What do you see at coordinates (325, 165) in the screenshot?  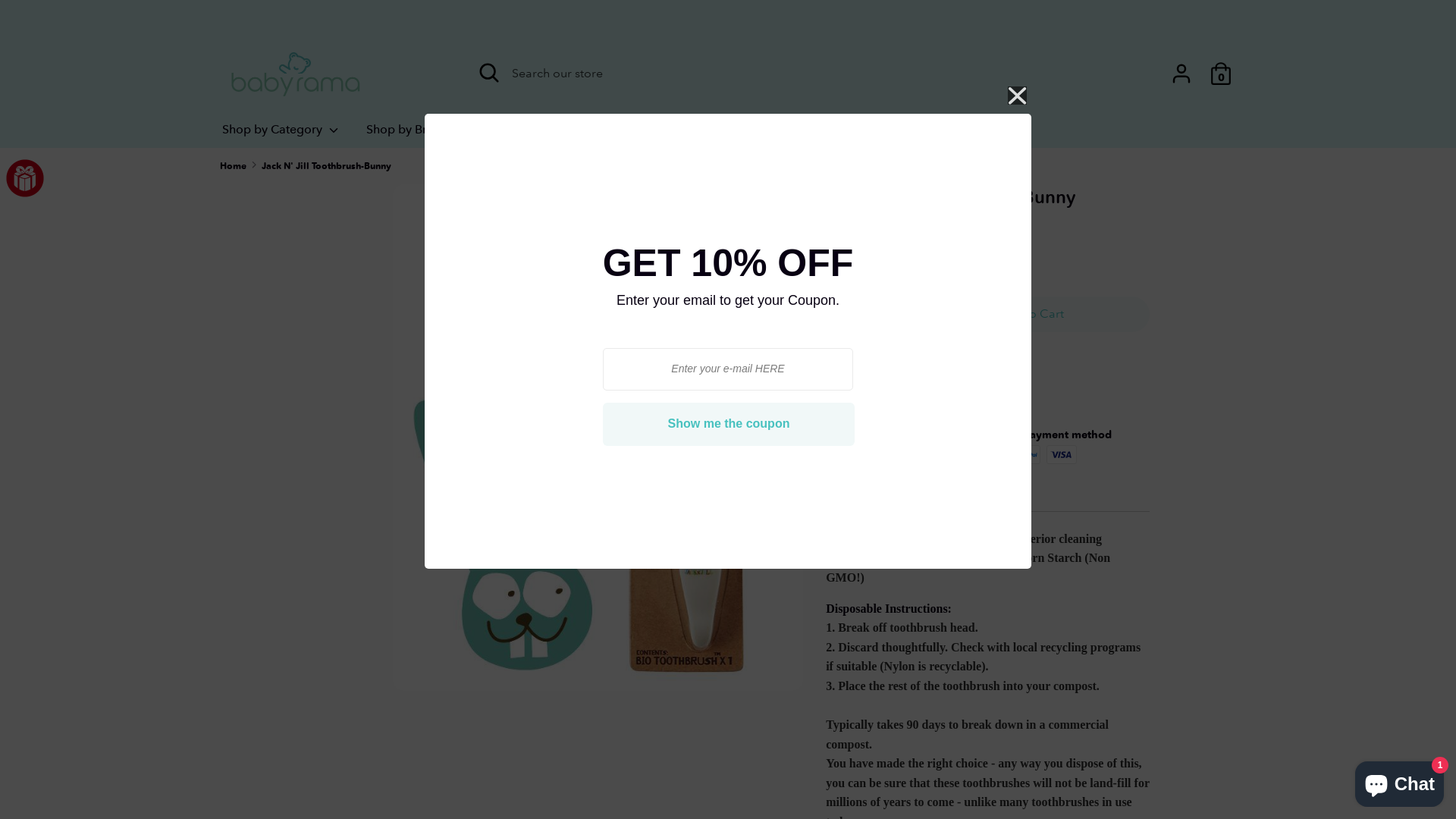 I see `'Jack N' Jill Toothbrush-Bunny'` at bounding box center [325, 165].